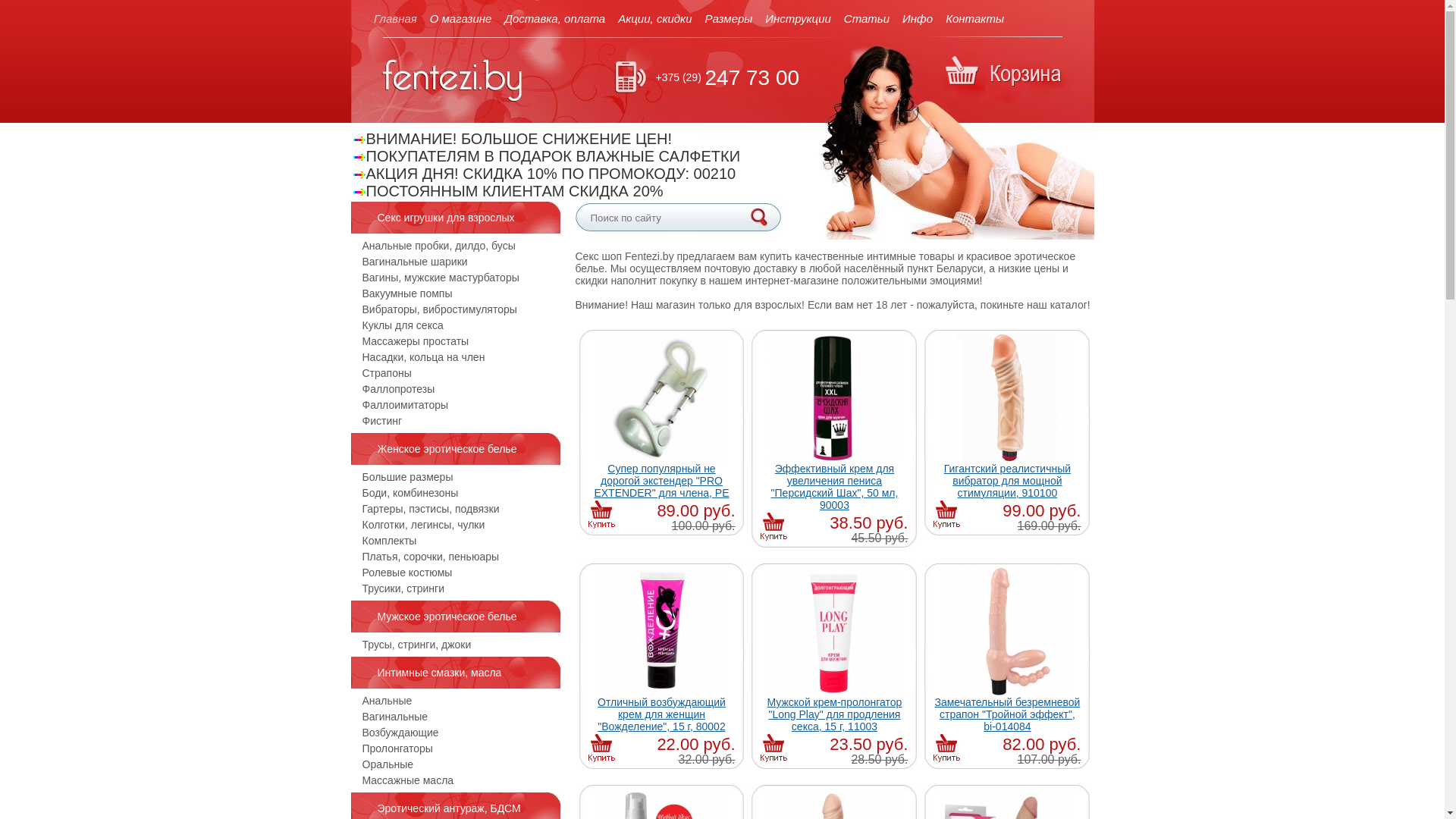  I want to click on '+375 (29)', so click(676, 77).